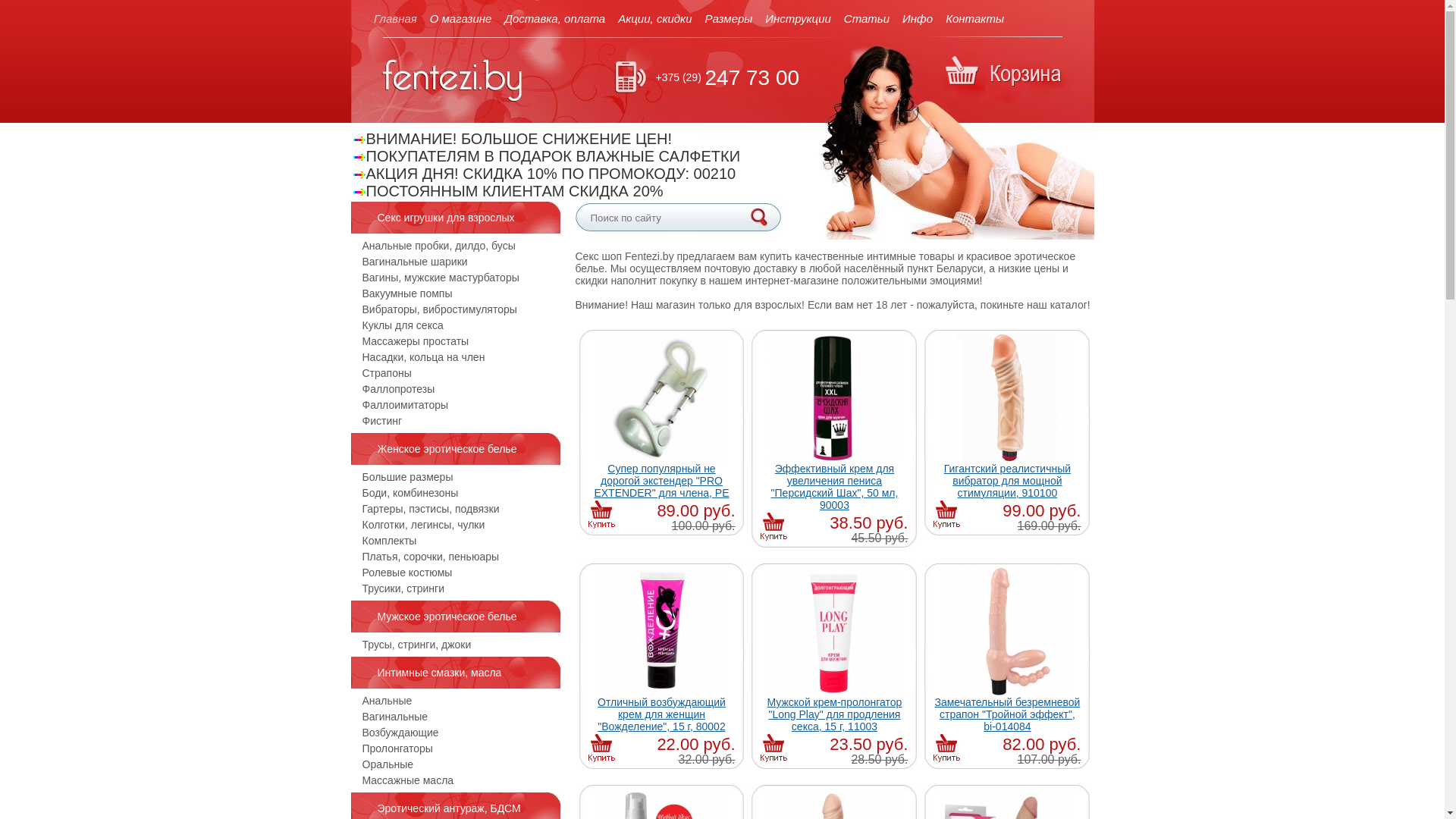  I want to click on '+375 (29)', so click(676, 77).